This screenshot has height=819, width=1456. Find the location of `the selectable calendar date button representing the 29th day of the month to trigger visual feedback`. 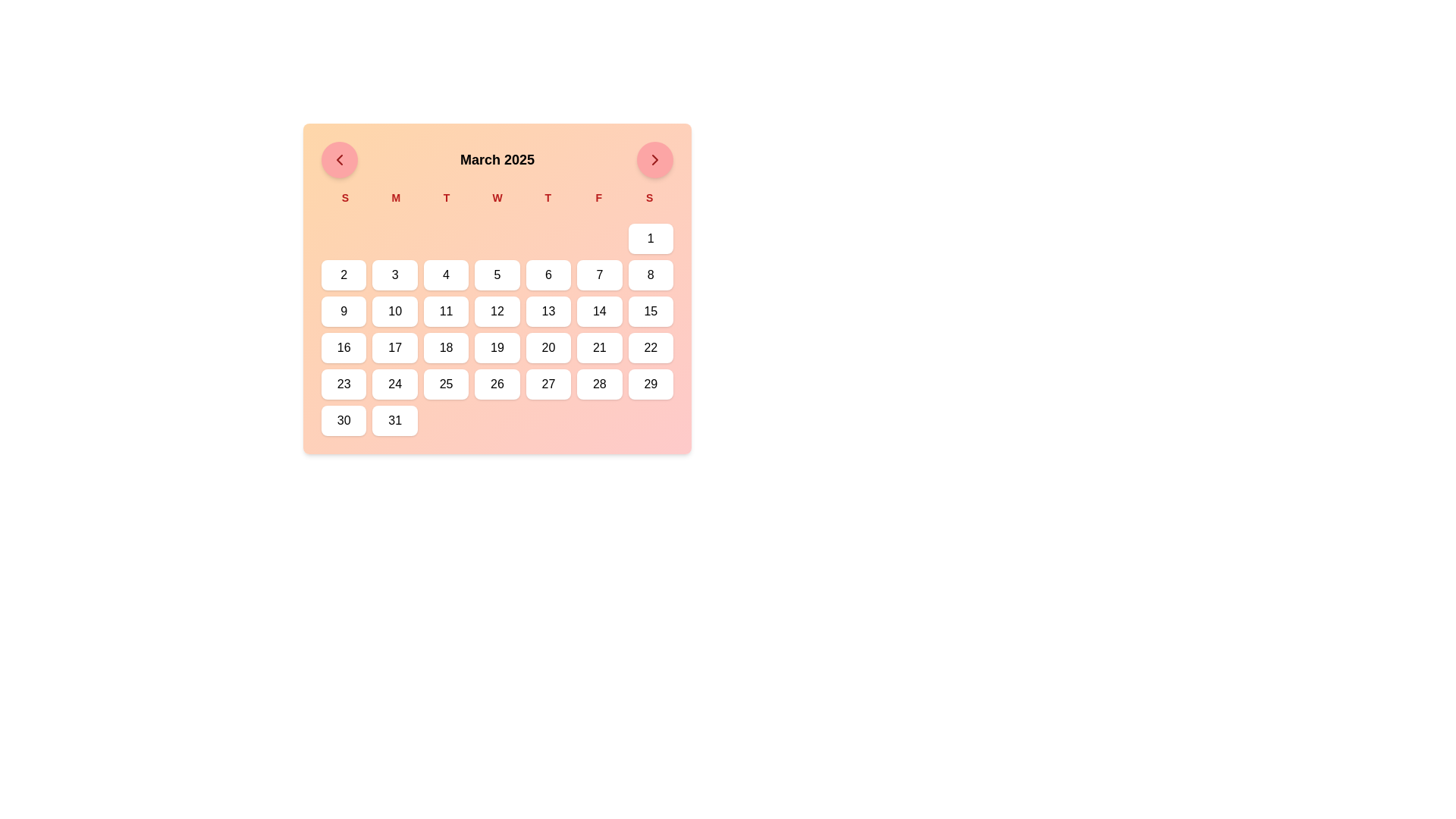

the selectable calendar date button representing the 29th day of the month to trigger visual feedback is located at coordinates (651, 383).